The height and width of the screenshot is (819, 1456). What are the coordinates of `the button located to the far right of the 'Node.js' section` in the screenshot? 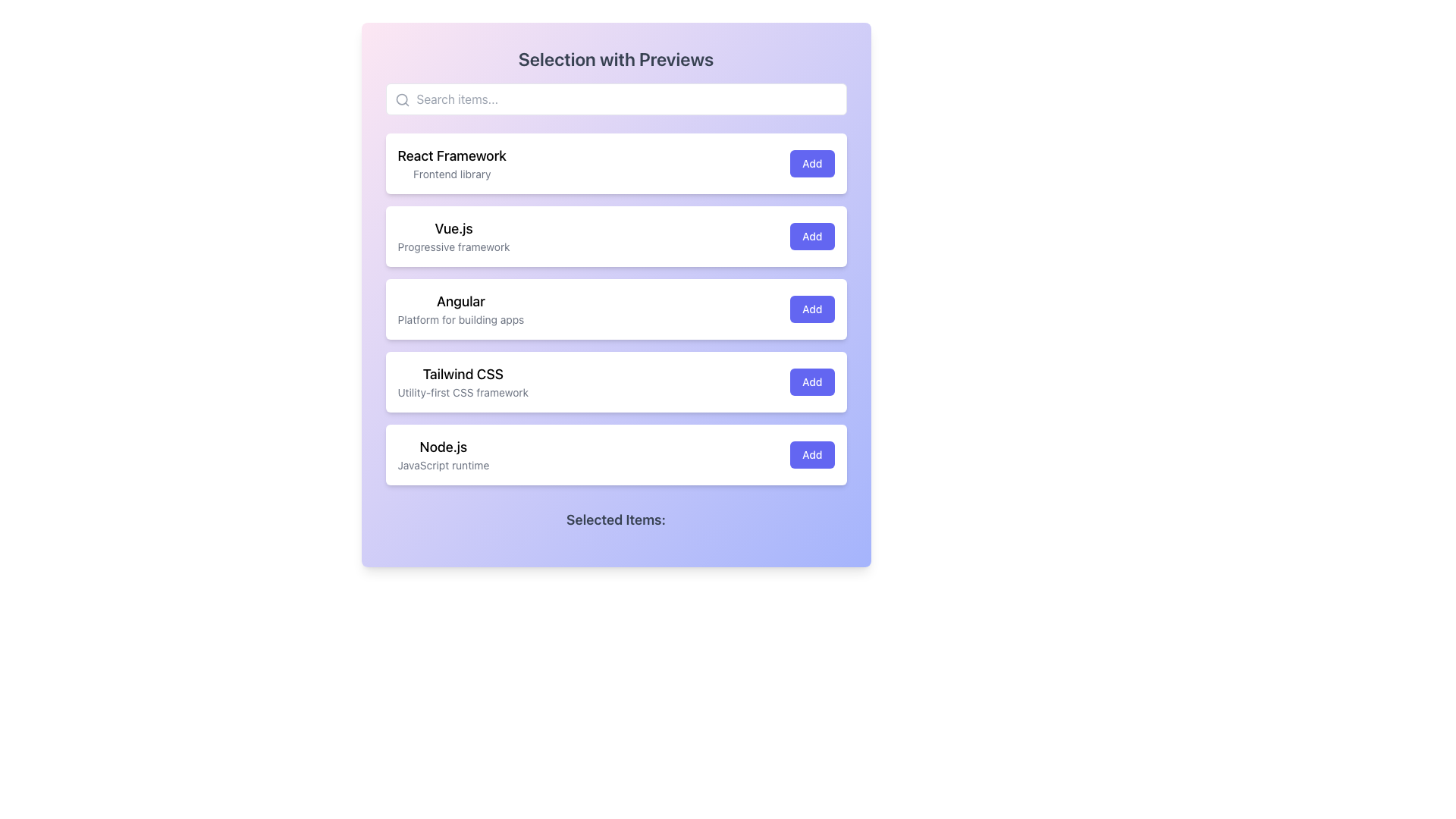 It's located at (811, 454).